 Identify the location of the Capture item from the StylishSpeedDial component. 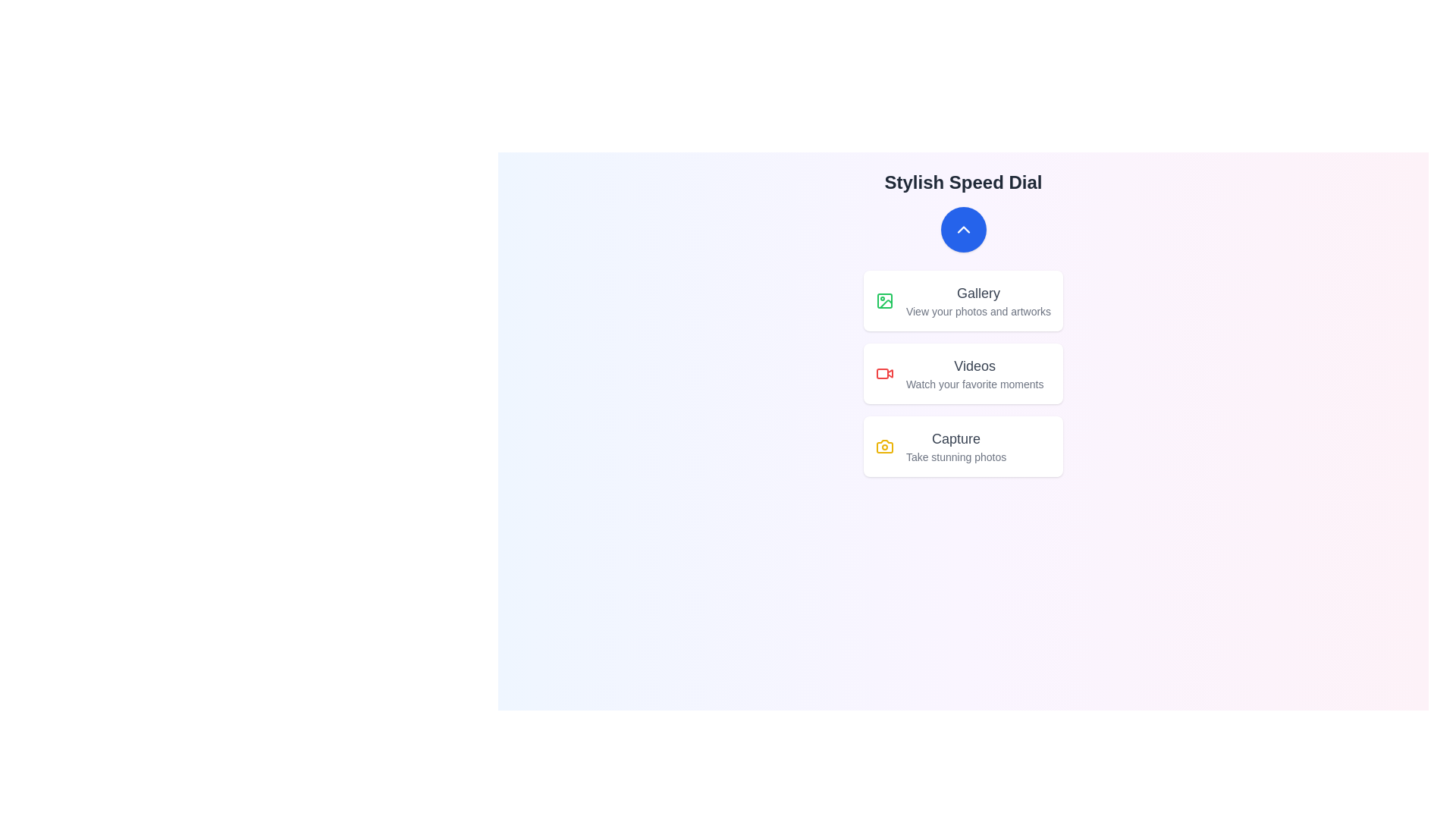
(962, 446).